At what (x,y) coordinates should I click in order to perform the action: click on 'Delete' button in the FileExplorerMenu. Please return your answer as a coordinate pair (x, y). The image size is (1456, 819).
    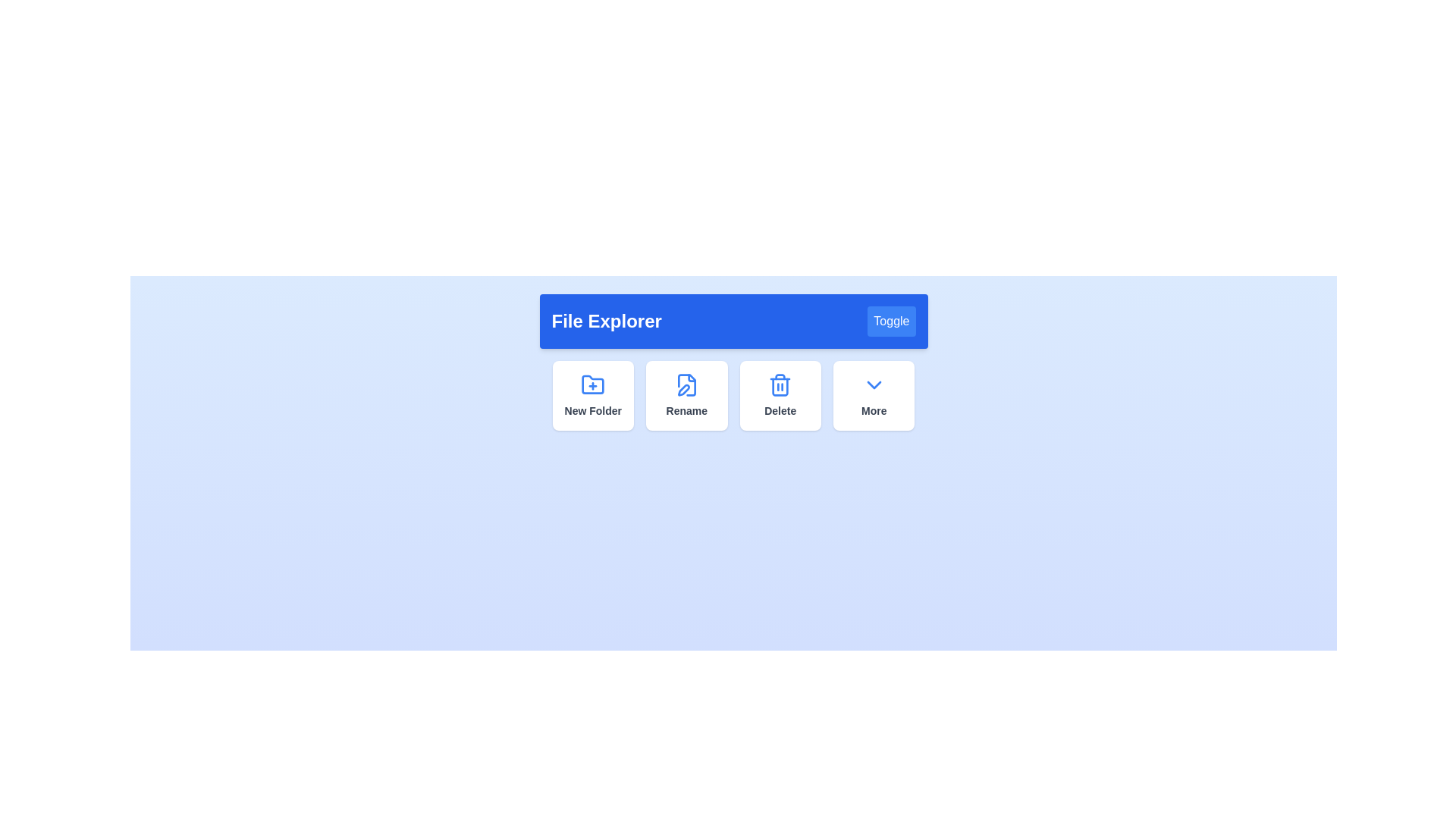
    Looking at the image, I should click on (780, 394).